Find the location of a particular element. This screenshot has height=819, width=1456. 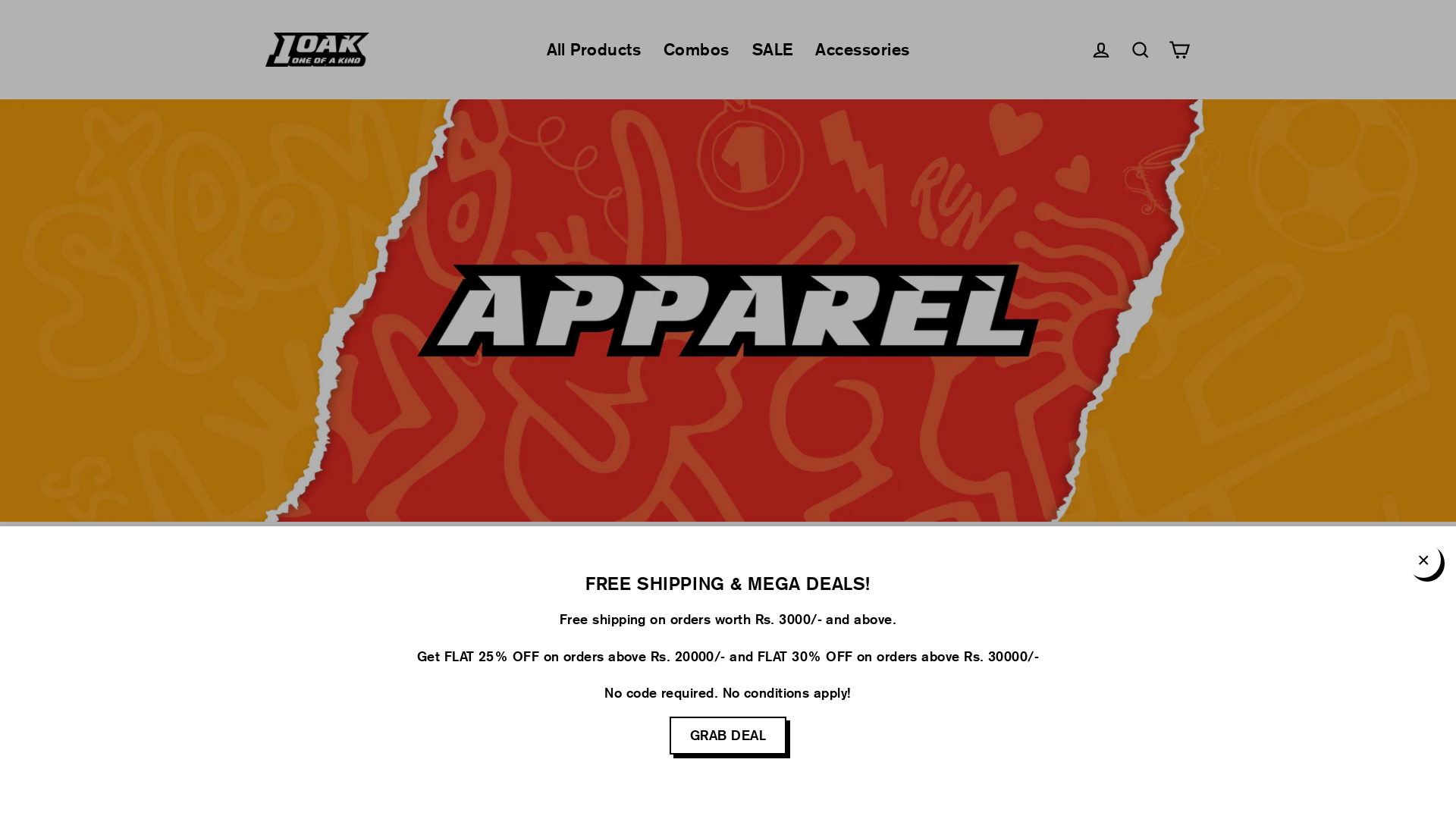

'Cart' is located at coordinates (1178, 49).